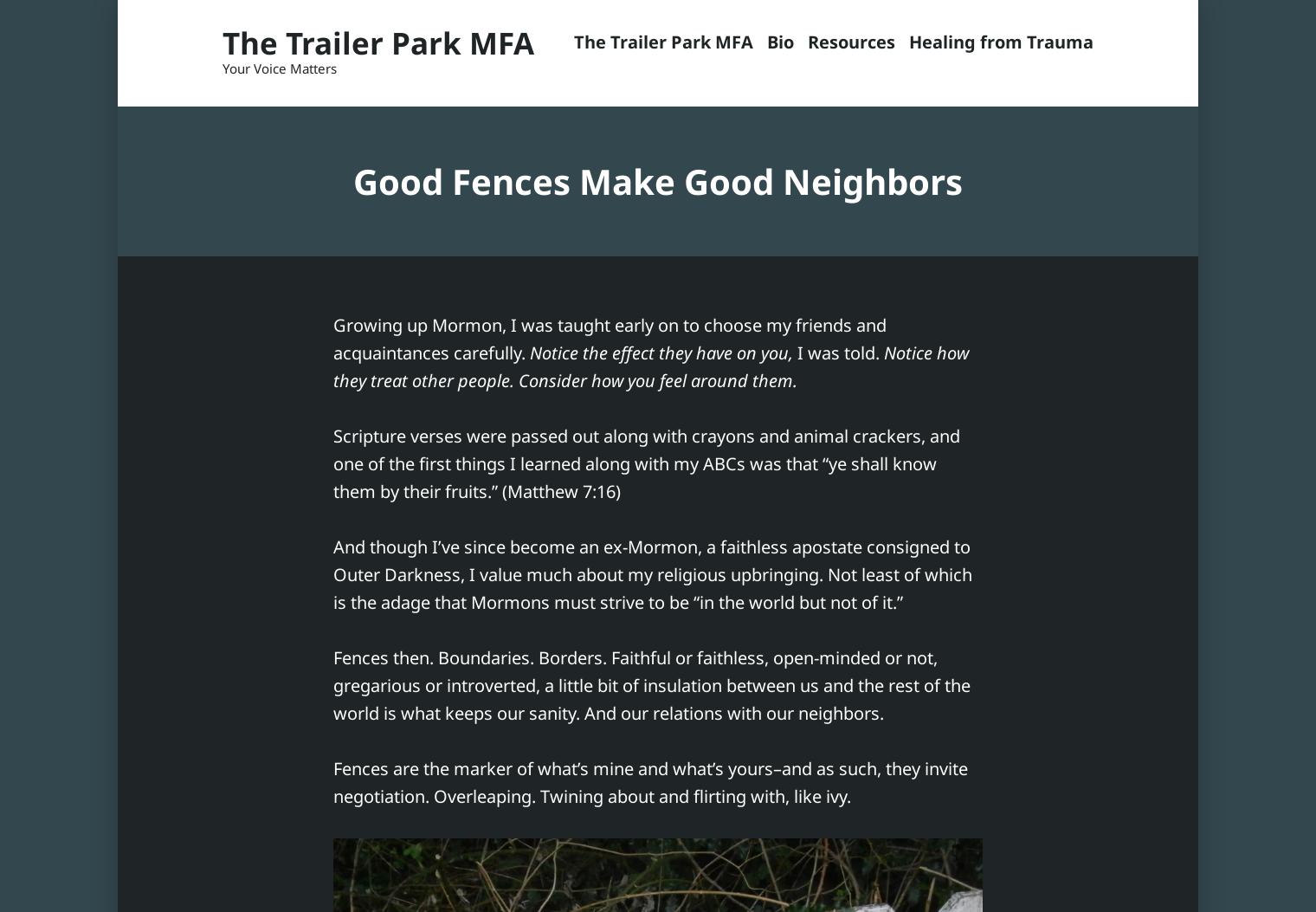 This screenshot has width=1316, height=912. Describe the element at coordinates (653, 573) in the screenshot. I see `'And though I’ve since become an ex-Mormon, a faithless apostate consigned to Outer Darkness, I value much about my religious upbringing. Not least of which is the adage that Mormons must strive to be “in the world but not of it.”'` at that location.